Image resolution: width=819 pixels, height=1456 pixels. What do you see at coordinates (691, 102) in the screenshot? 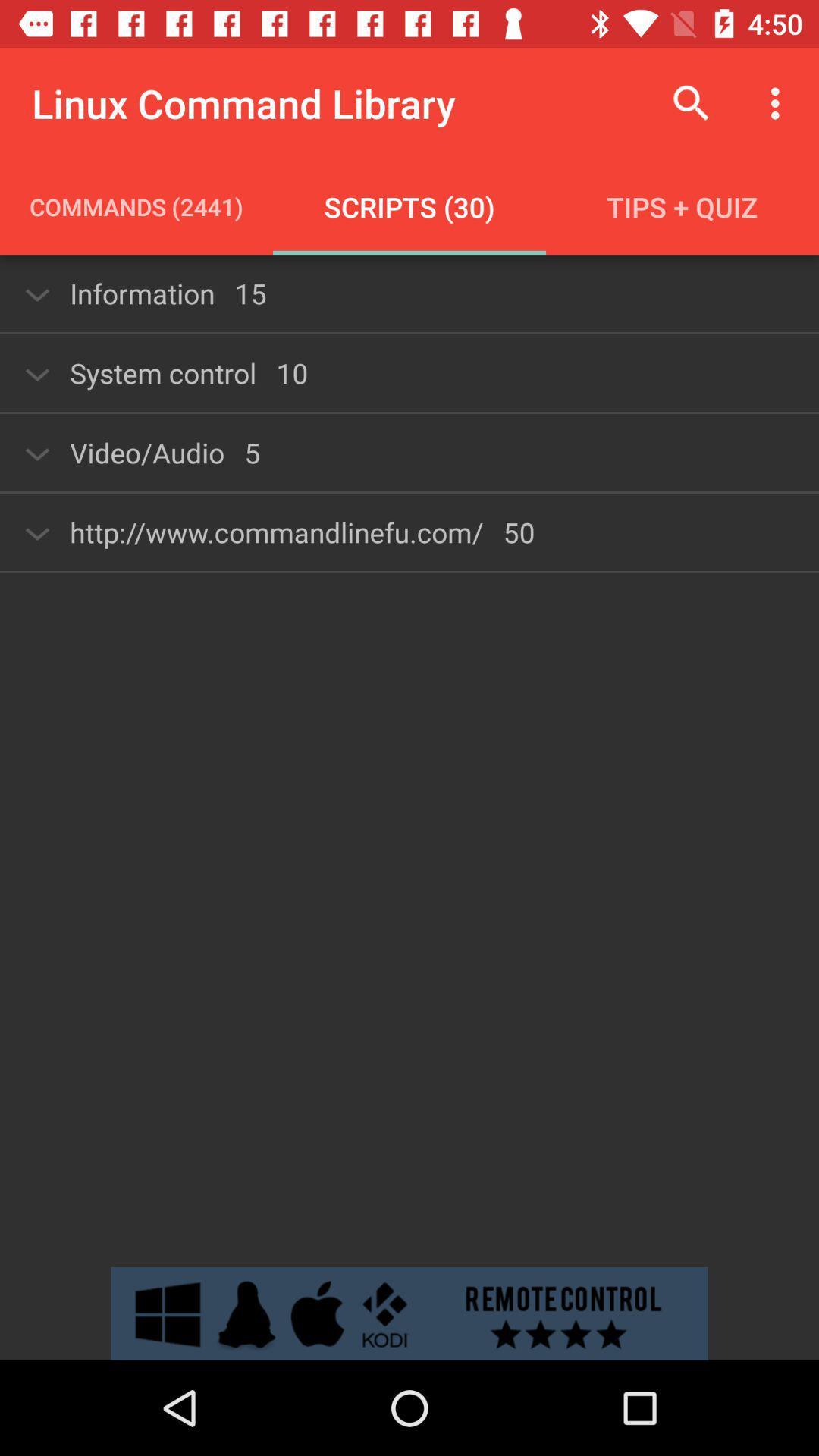
I see `icon above the tips + quiz icon` at bounding box center [691, 102].